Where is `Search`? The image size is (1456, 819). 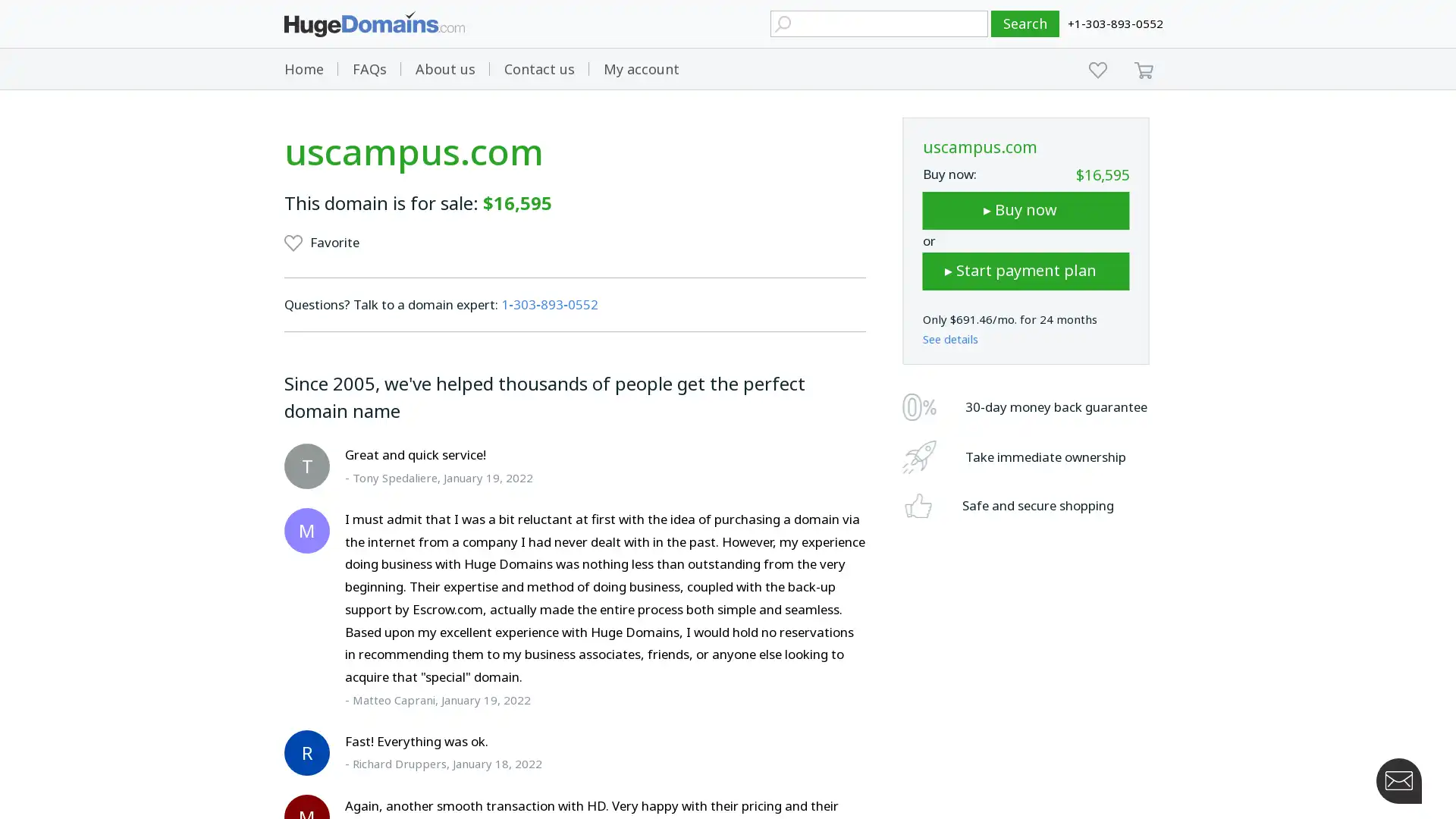
Search is located at coordinates (1025, 24).